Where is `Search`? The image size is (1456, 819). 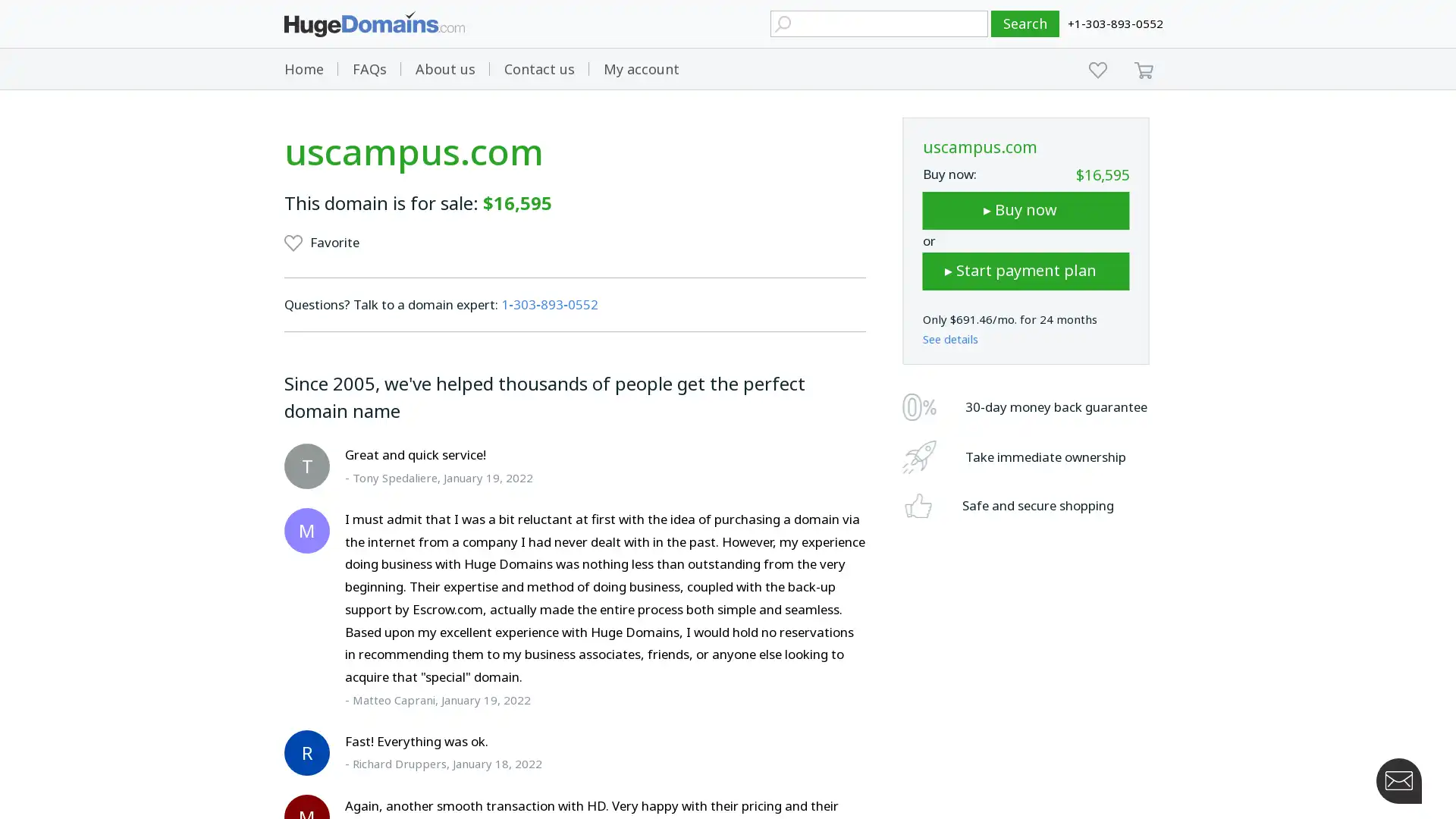
Search is located at coordinates (1025, 24).